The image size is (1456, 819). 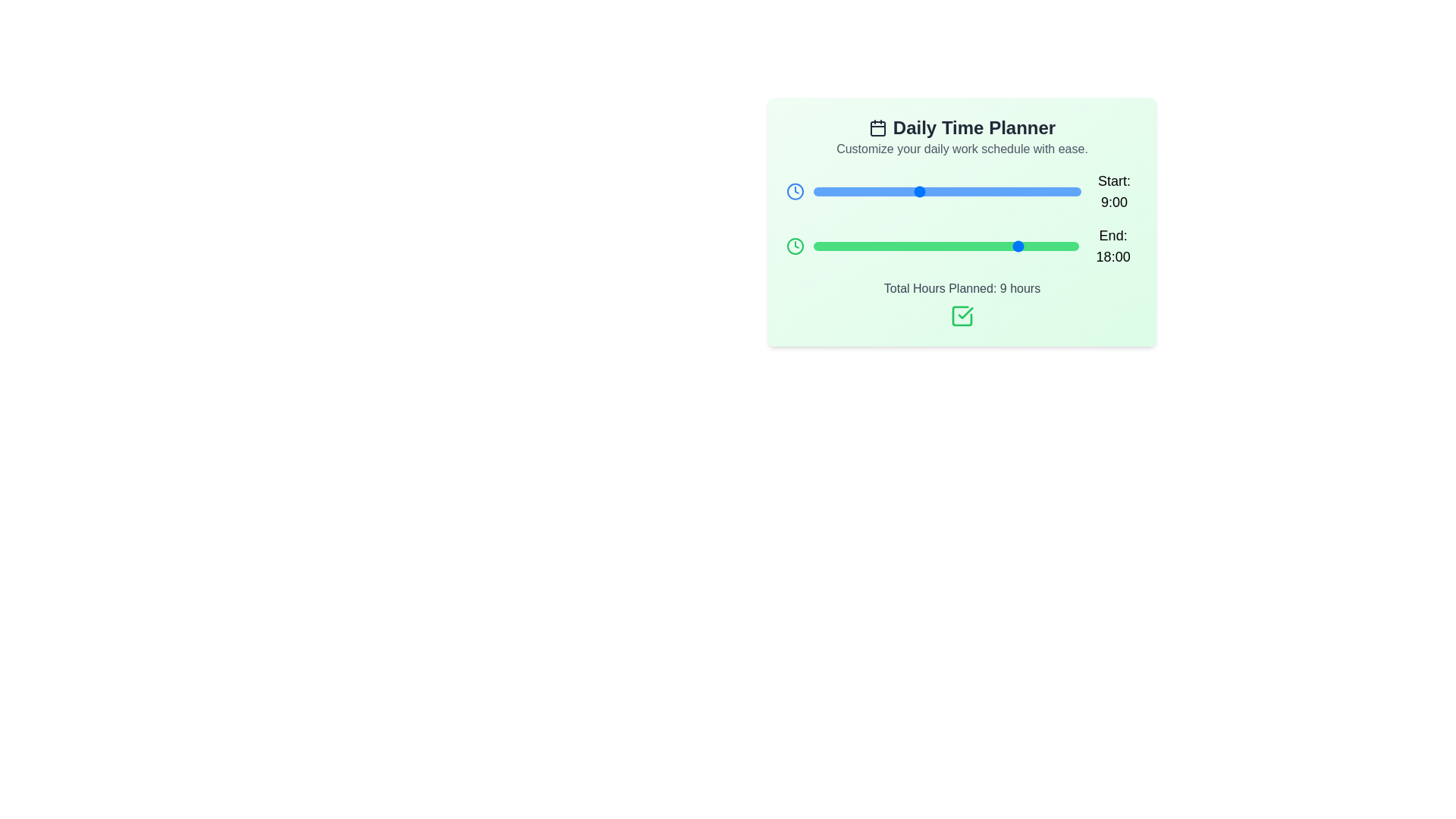 I want to click on the calendar icon in the header, so click(x=877, y=127).